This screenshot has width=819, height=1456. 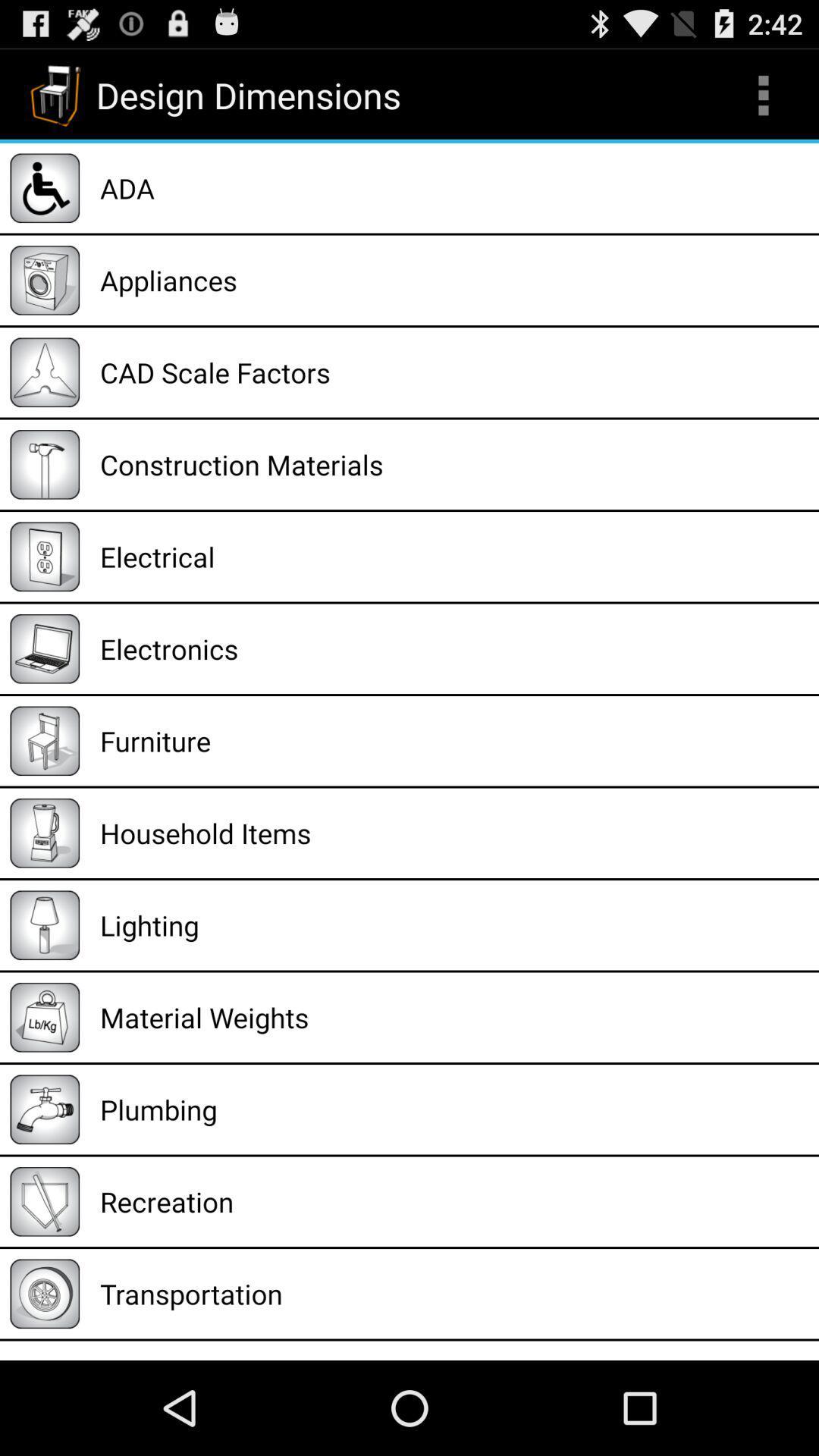 I want to click on plumbing app, so click(x=453, y=1109).